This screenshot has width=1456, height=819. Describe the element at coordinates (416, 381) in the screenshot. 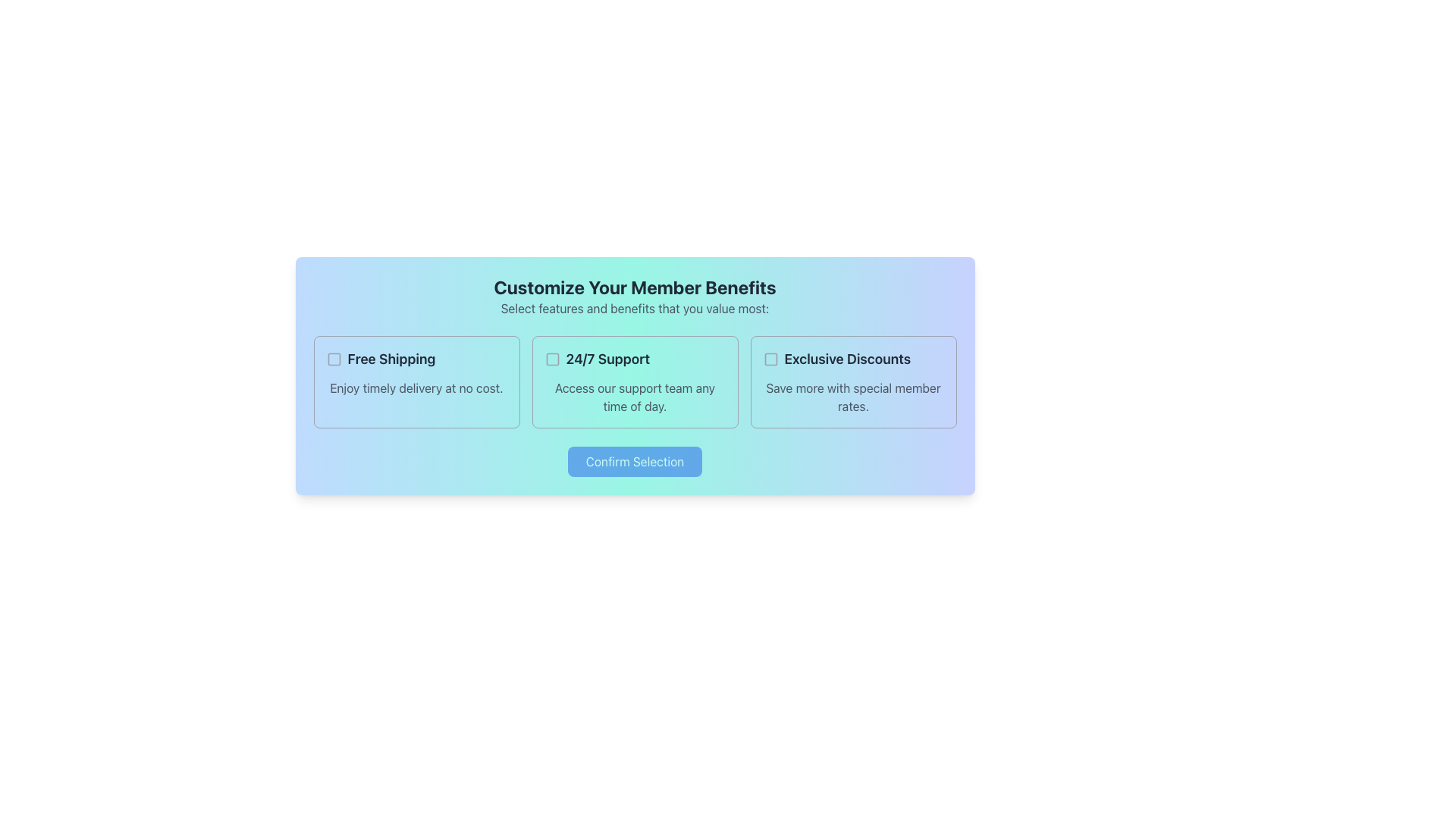

I see `the rectangular card labeled 'Free Shipping' that contains a checkbox and a subtitle, located in the first column of the grid layout` at that location.